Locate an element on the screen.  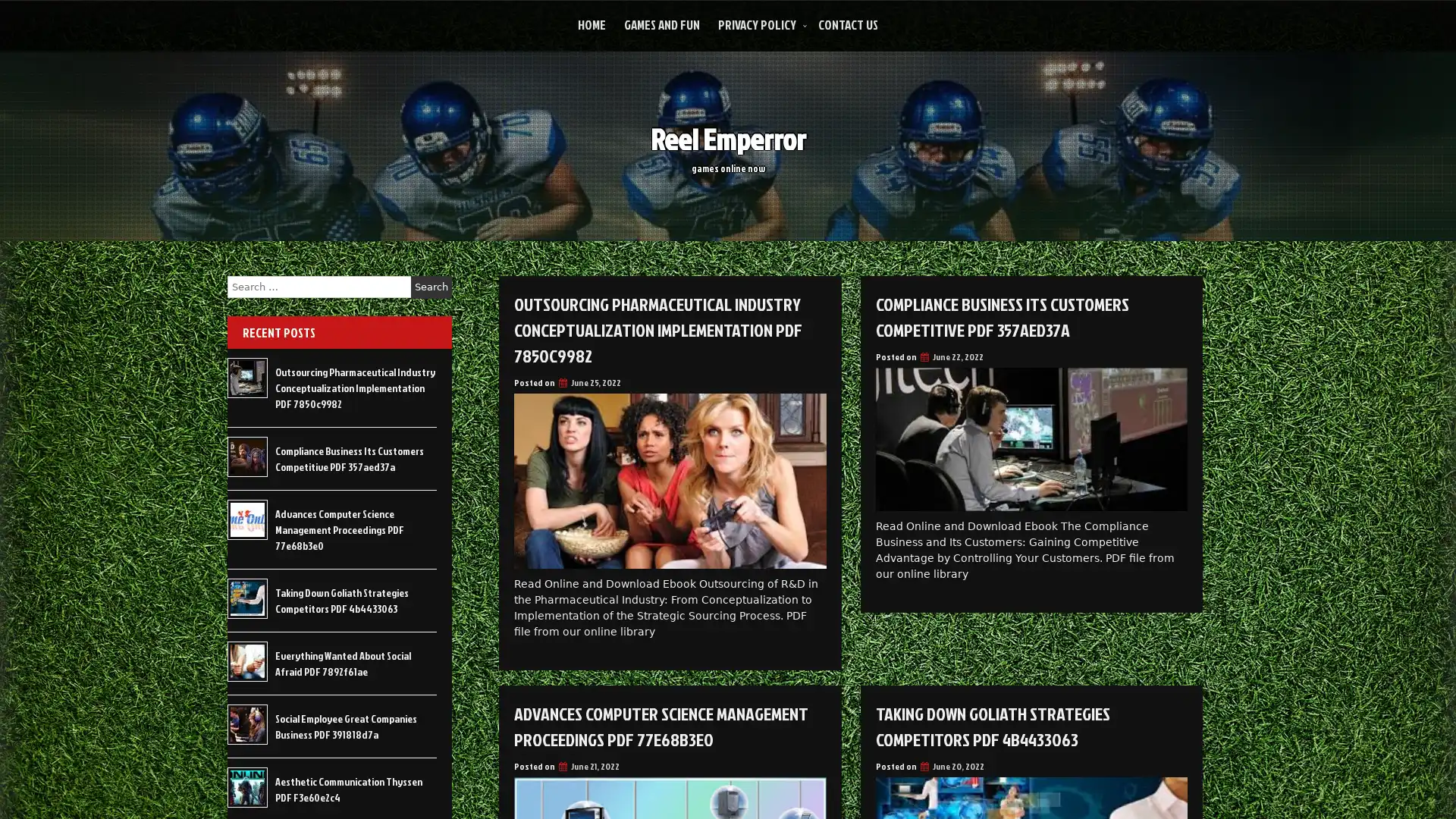
Search is located at coordinates (431, 287).